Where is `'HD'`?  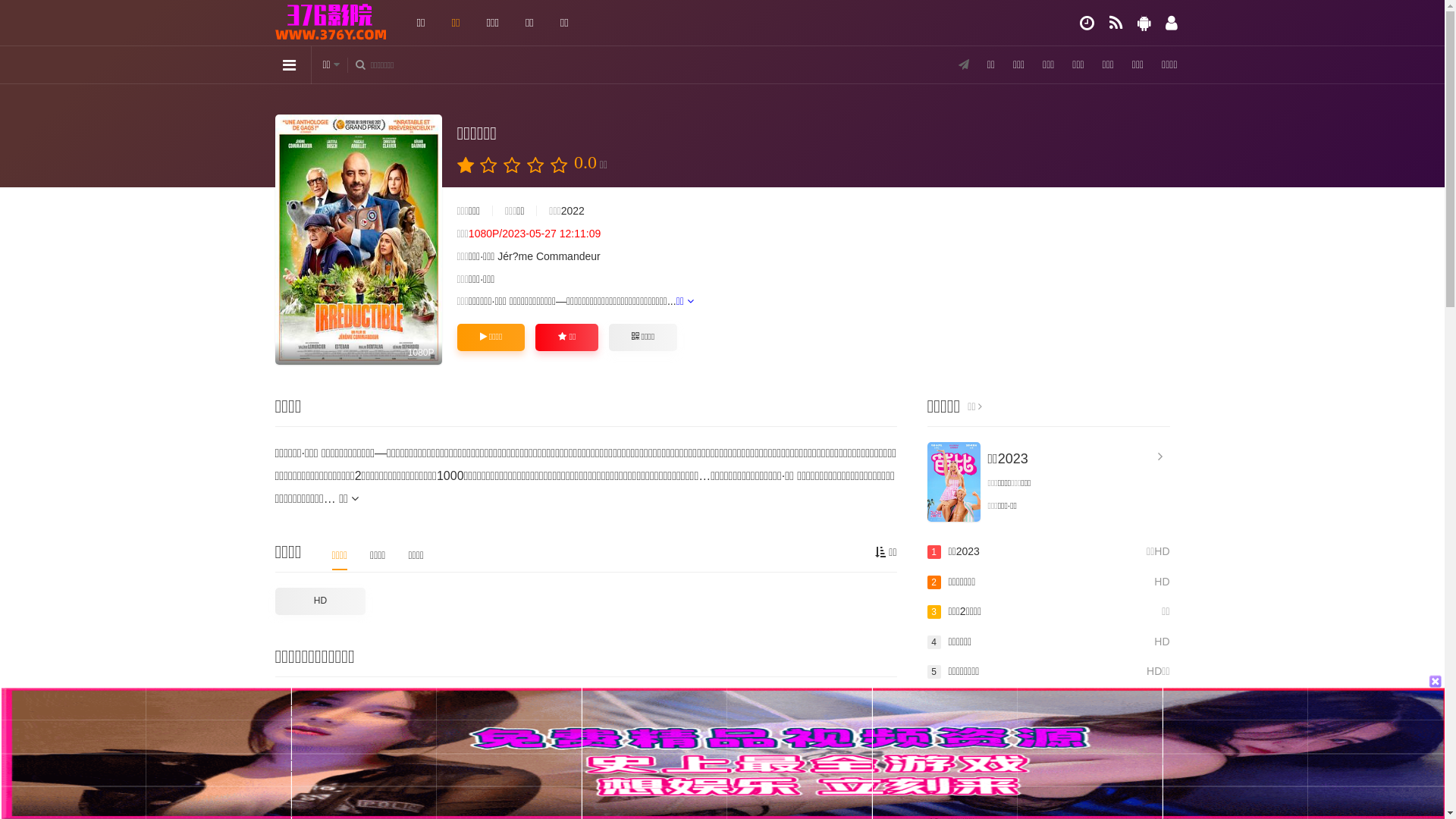
'HD' is located at coordinates (319, 601).